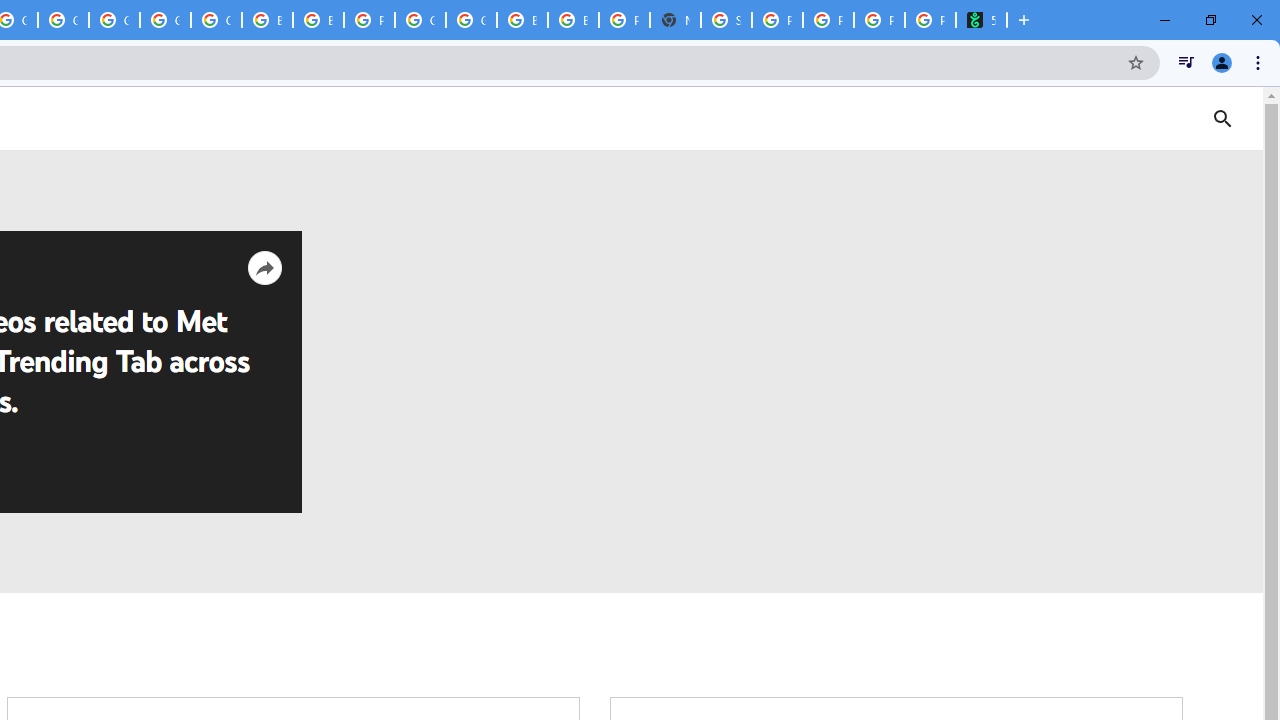 Image resolution: width=1280 pixels, height=720 pixels. I want to click on 'Toggle share toolbar open/closed', so click(263, 267).